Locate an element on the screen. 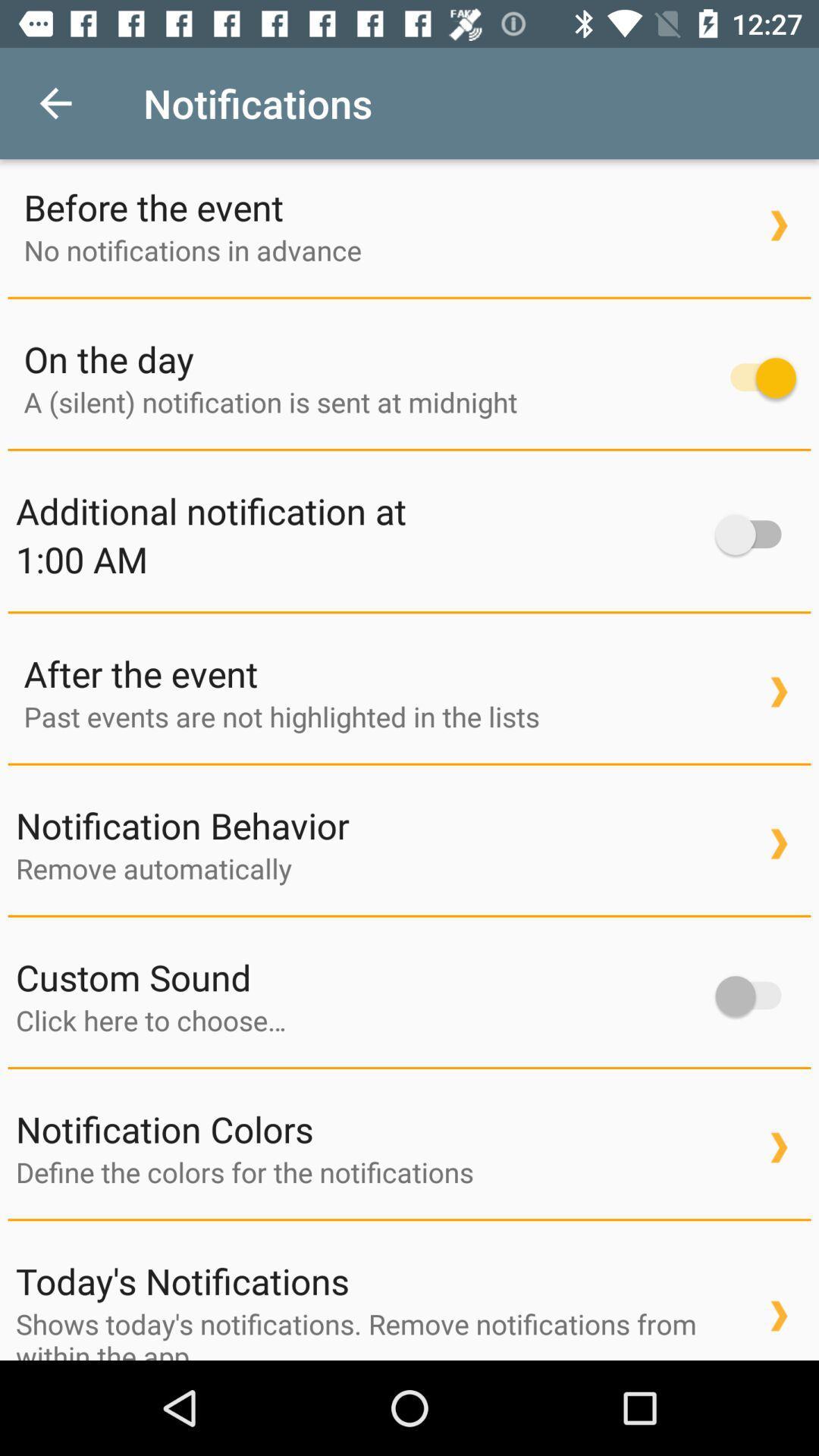 This screenshot has height=1456, width=819. the icon to the right of additional notification at item is located at coordinates (755, 535).